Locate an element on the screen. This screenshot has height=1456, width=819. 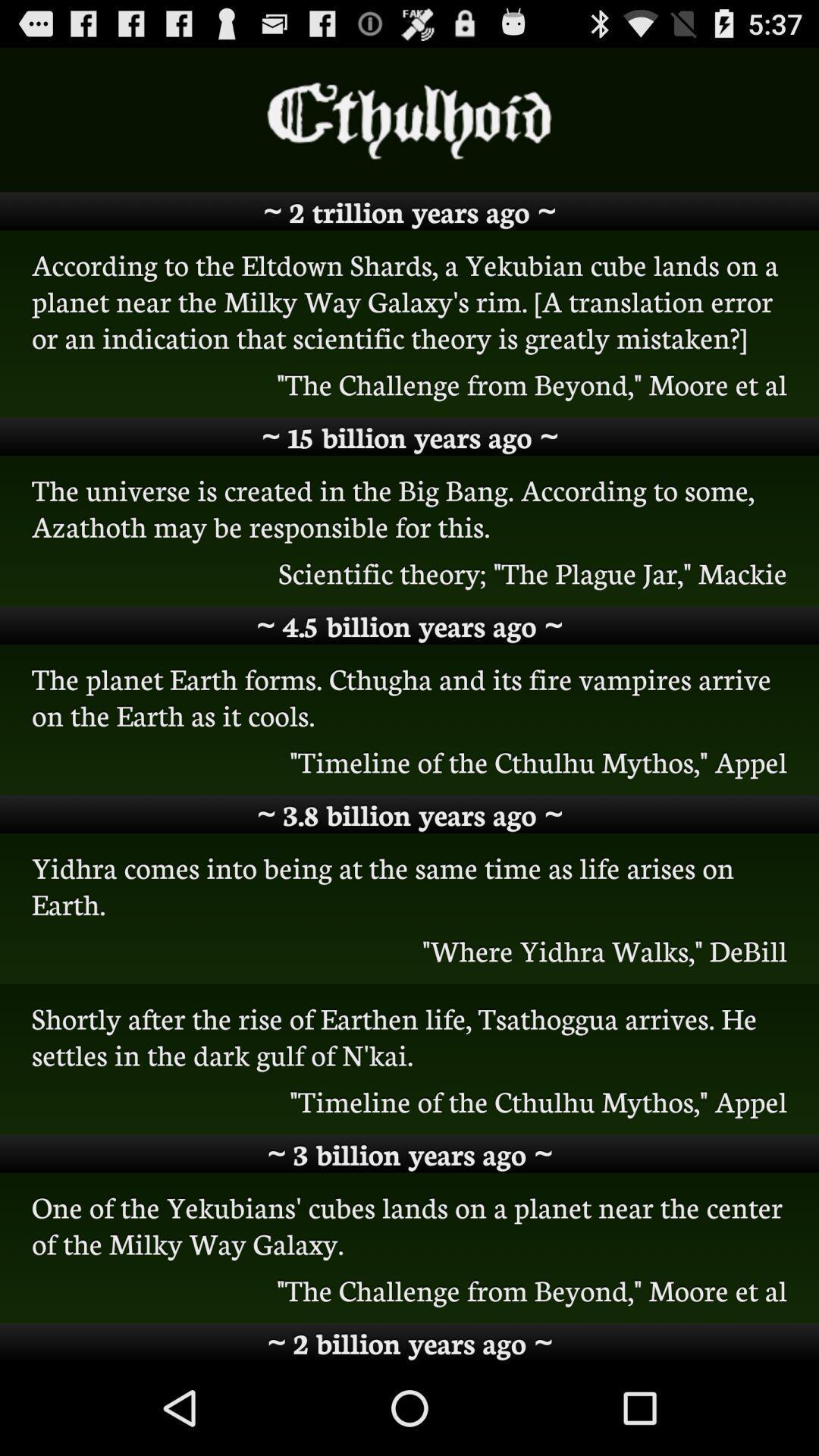
item above timeline of the icon is located at coordinates (409, 1035).